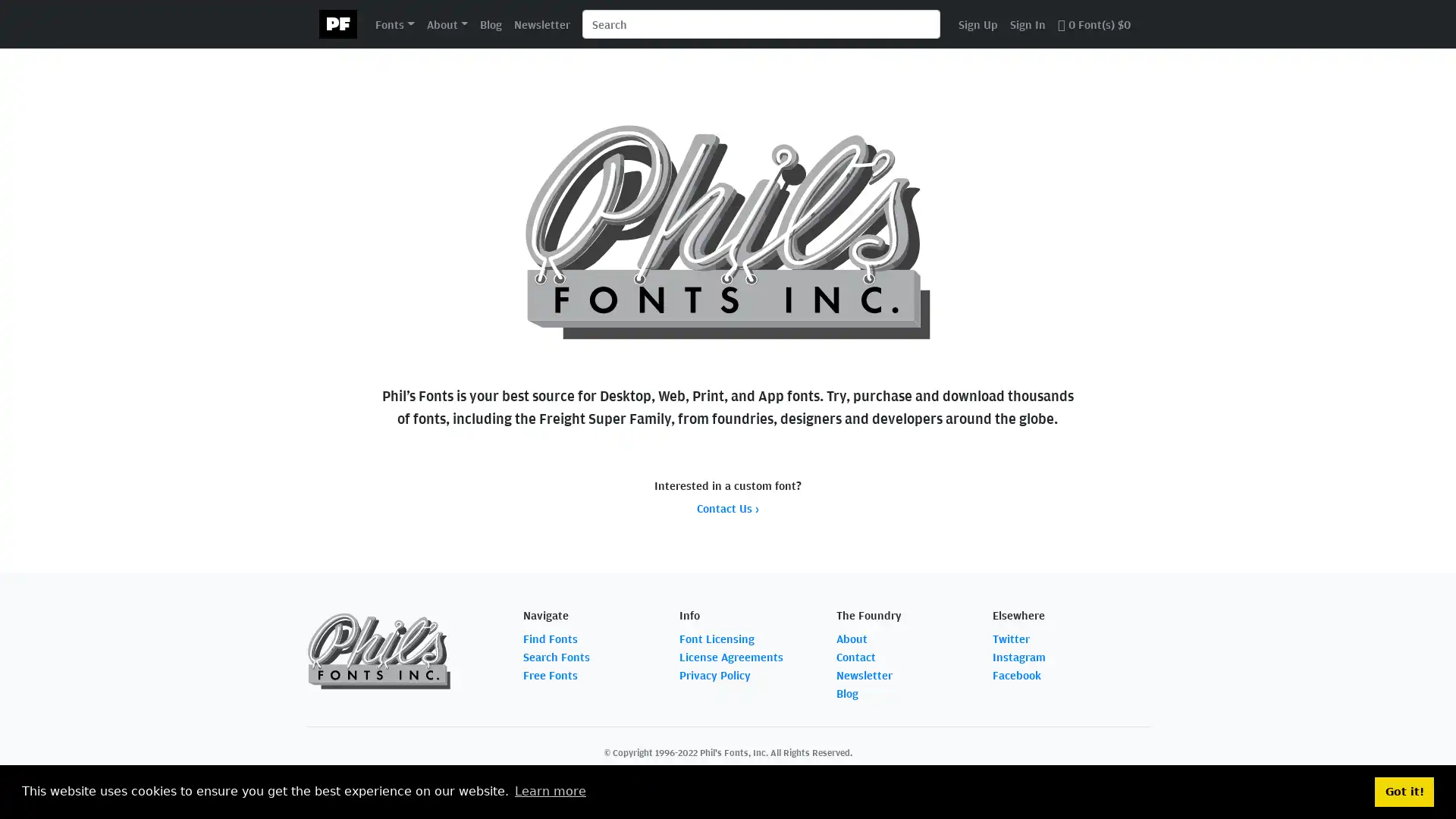 Image resolution: width=1456 pixels, height=819 pixels. I want to click on Fonts, so click(394, 23).